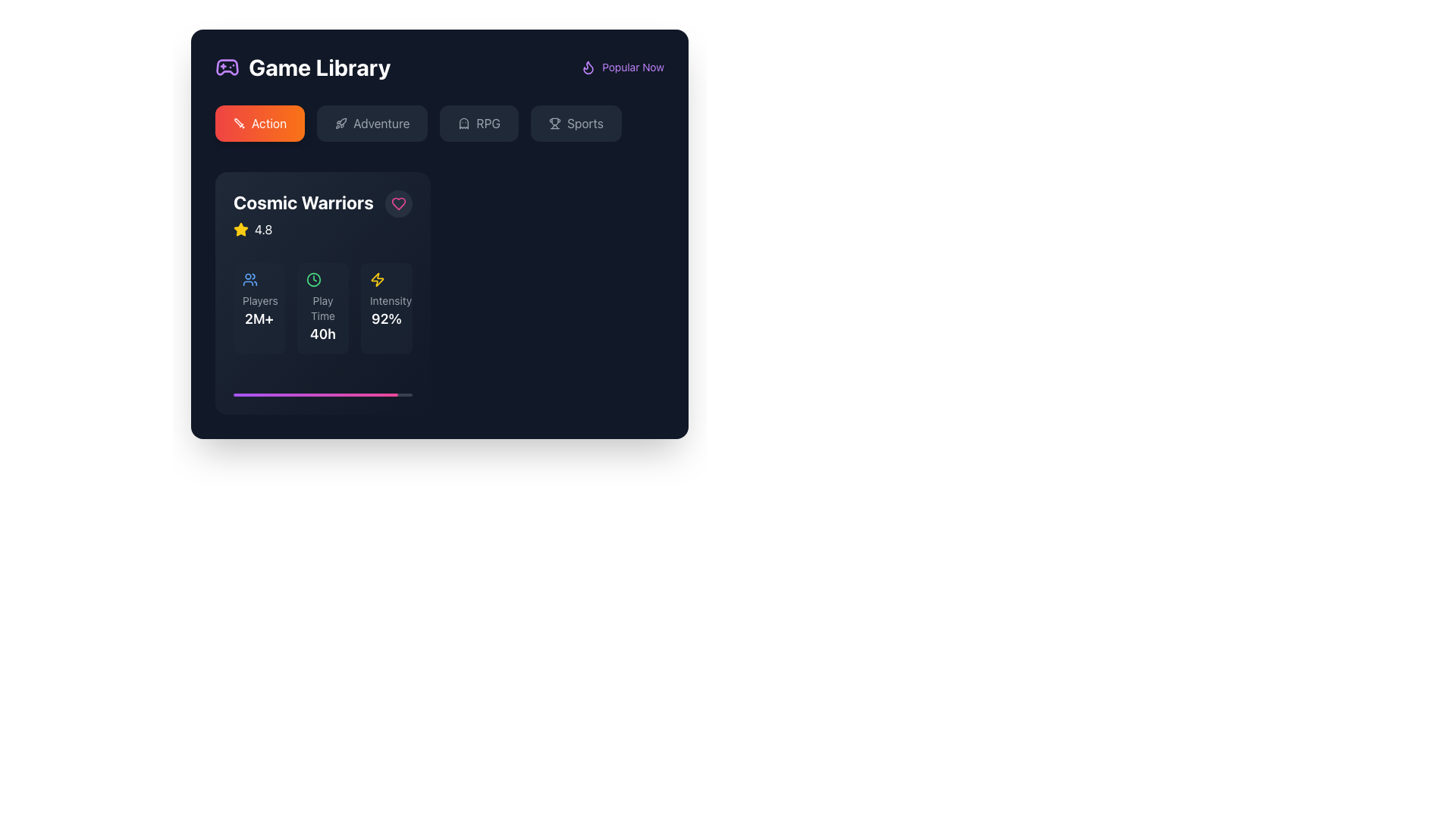 The height and width of the screenshot is (819, 1456). Describe the element at coordinates (322, 308) in the screenshot. I see `the Informational display section that presents statistics about the game, located at the bottom half of the 'Cosmic Warriors' card` at that location.